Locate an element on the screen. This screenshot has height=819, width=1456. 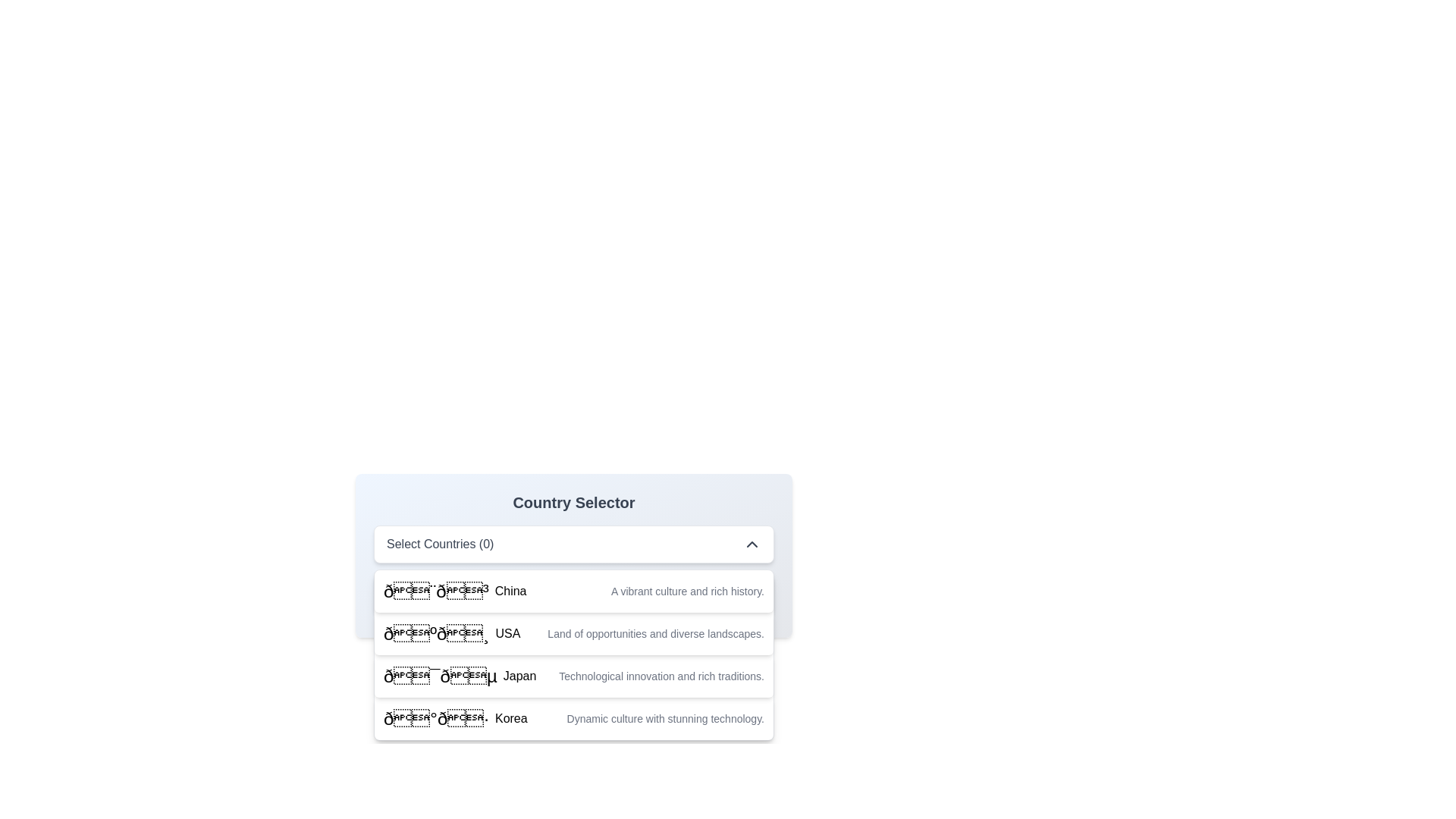
the list item containing the emoji flag of China and the text 'China' is located at coordinates (454, 590).